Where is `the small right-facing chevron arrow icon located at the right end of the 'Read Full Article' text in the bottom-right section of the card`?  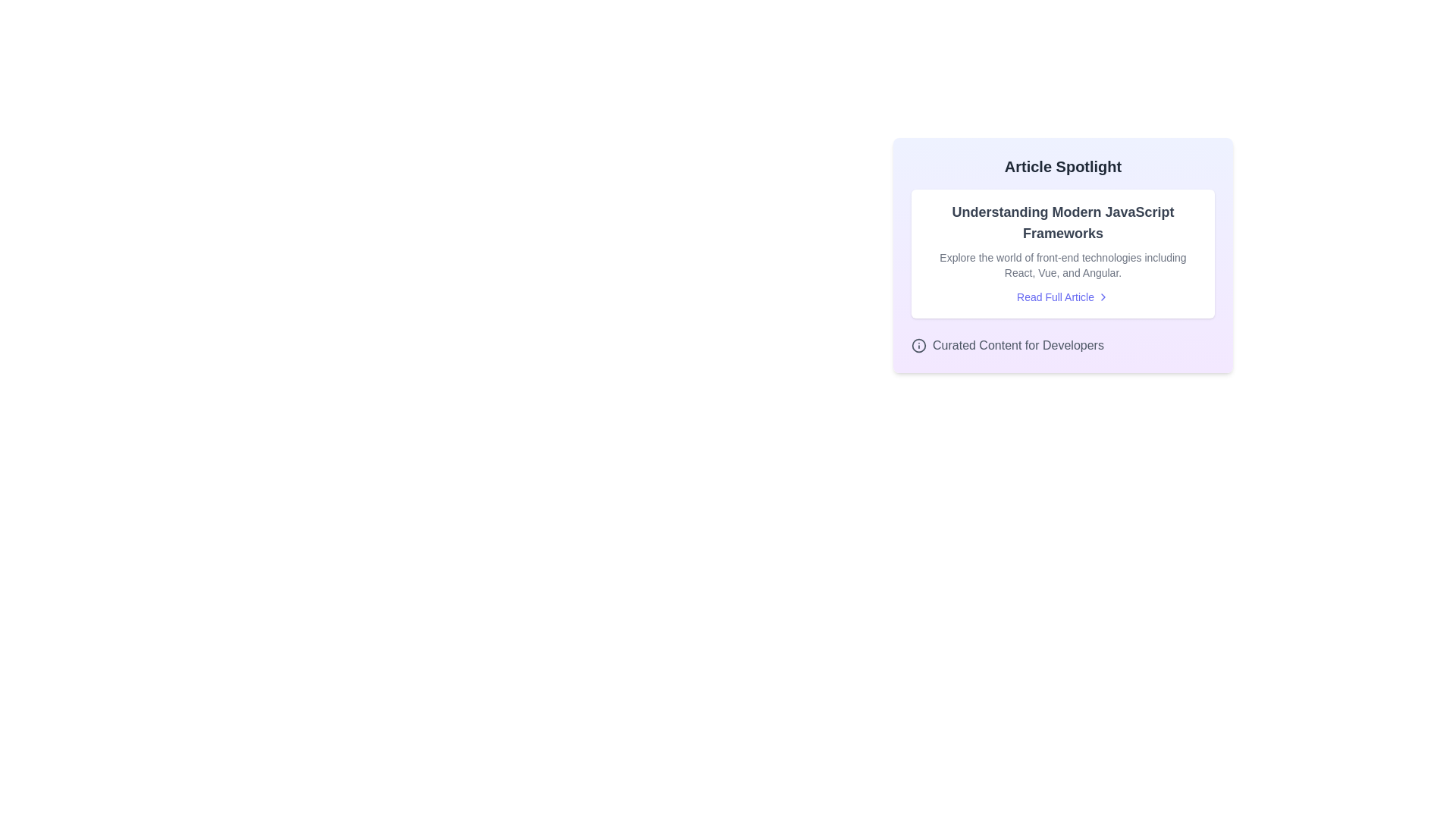
the small right-facing chevron arrow icon located at the right end of the 'Read Full Article' text in the bottom-right section of the card is located at coordinates (1103, 297).